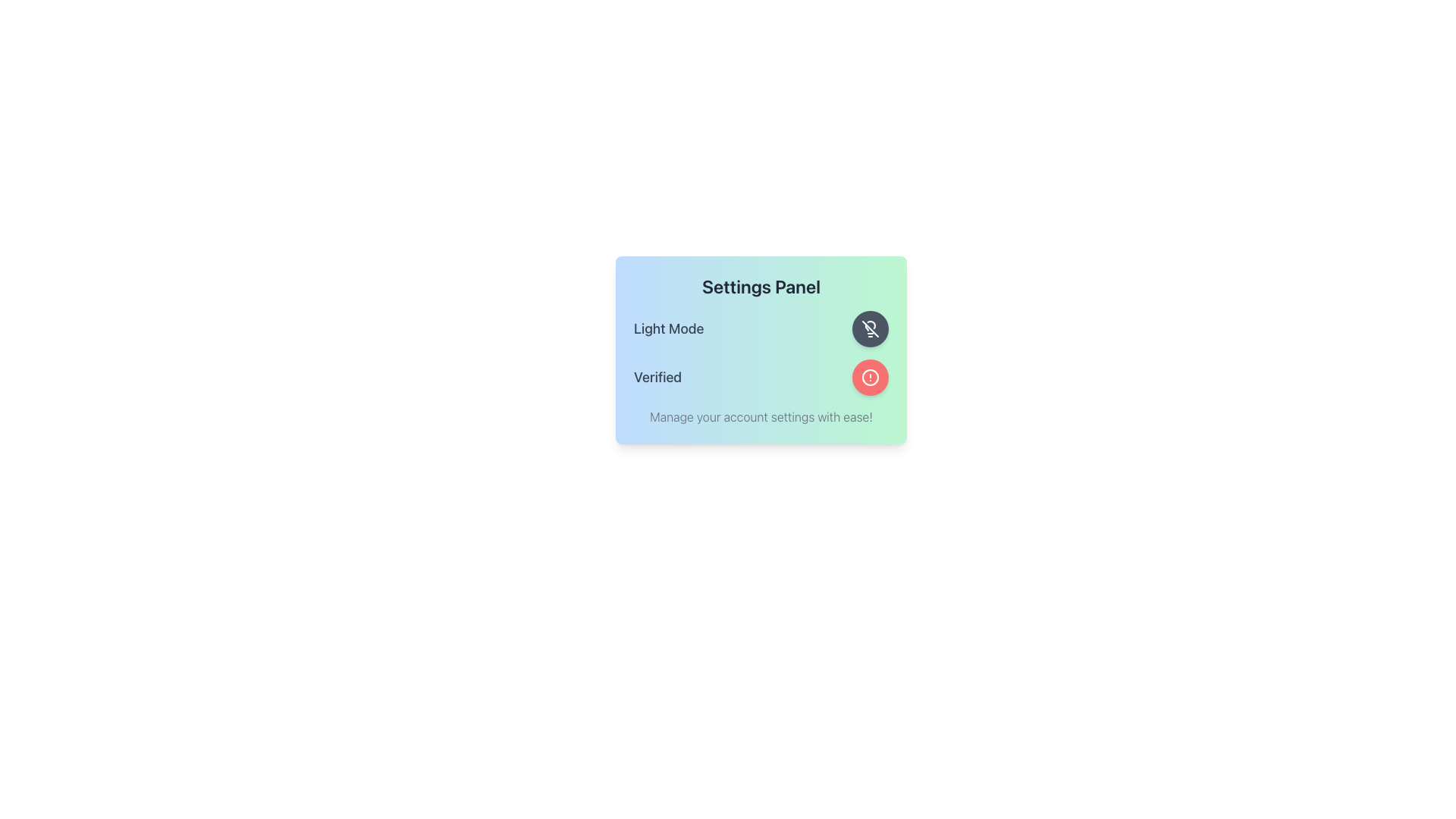  I want to click on the curved line segment of the lightbulb icon located in the upper-right section of the 'Light Mode' button in the settings card, so click(871, 324).